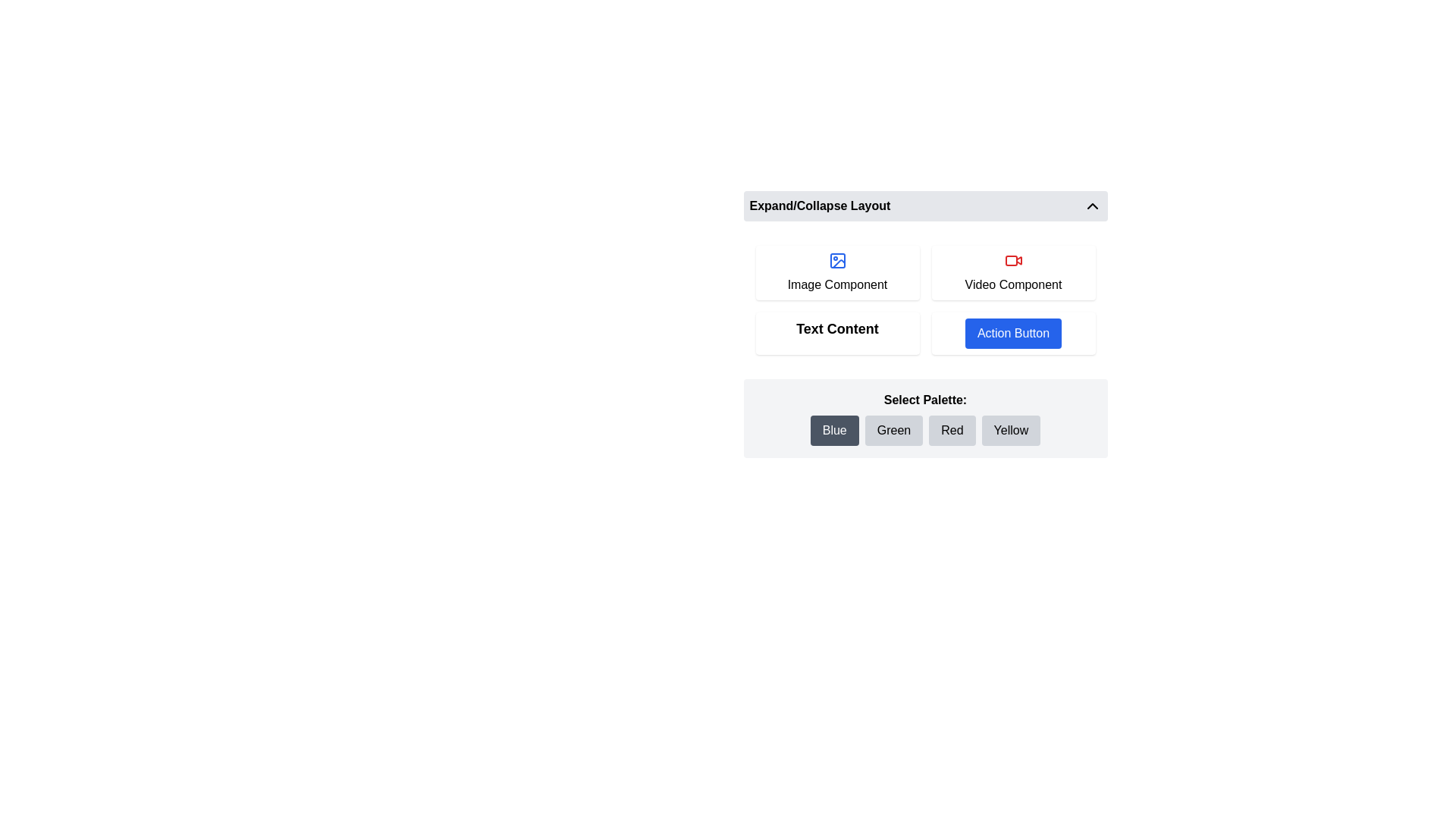  I want to click on the Chevron Up icon, which is a minimalistic upward-pointing arrow located at the far-right end of the header bar labeled 'Expand/Collapse Layout', so click(1092, 206).